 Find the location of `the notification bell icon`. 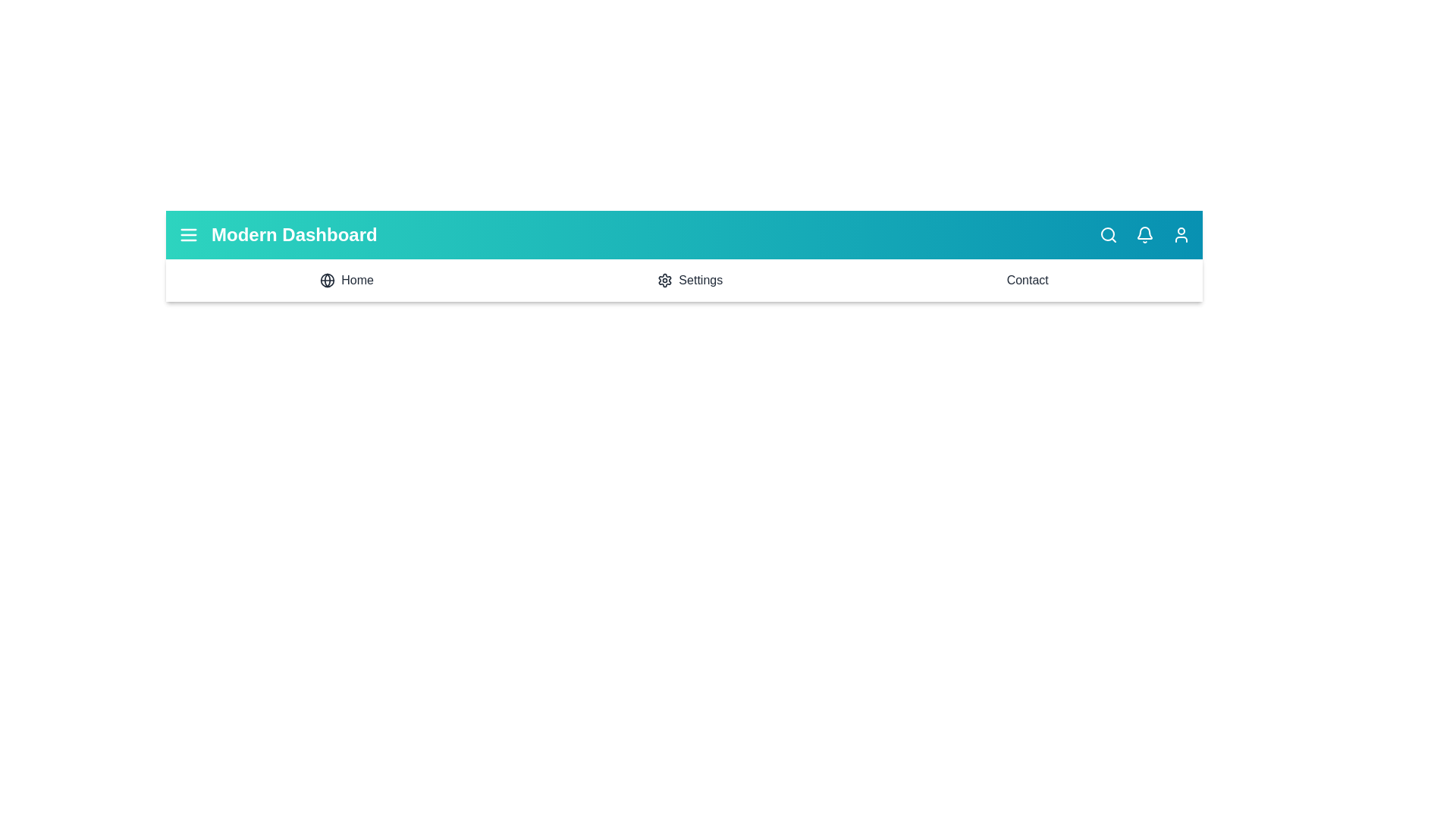

the notification bell icon is located at coordinates (1145, 234).